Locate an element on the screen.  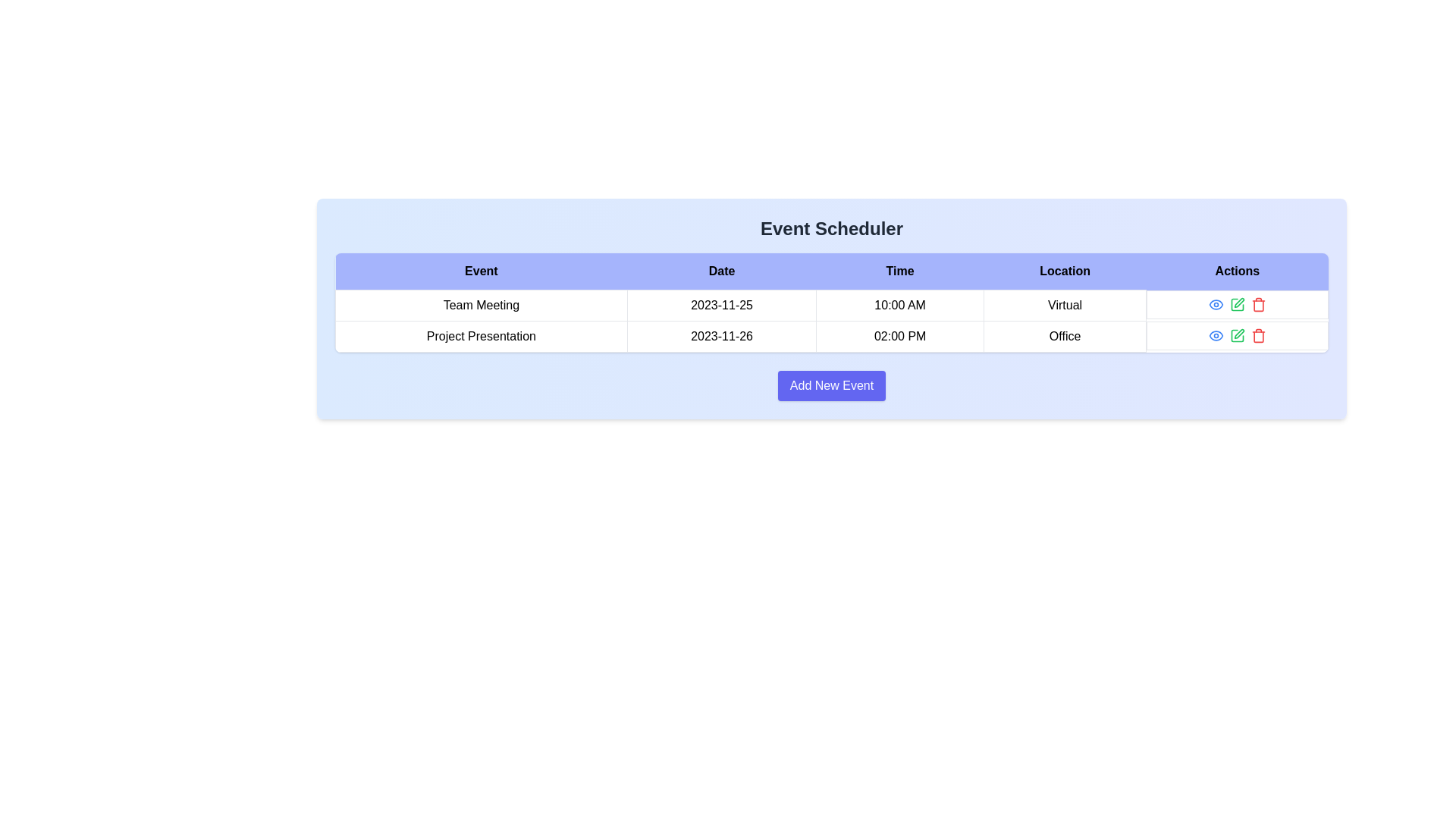
the 'Add New Event' button located at the bottom center of the 'Event Scheduler' interface is located at coordinates (831, 385).